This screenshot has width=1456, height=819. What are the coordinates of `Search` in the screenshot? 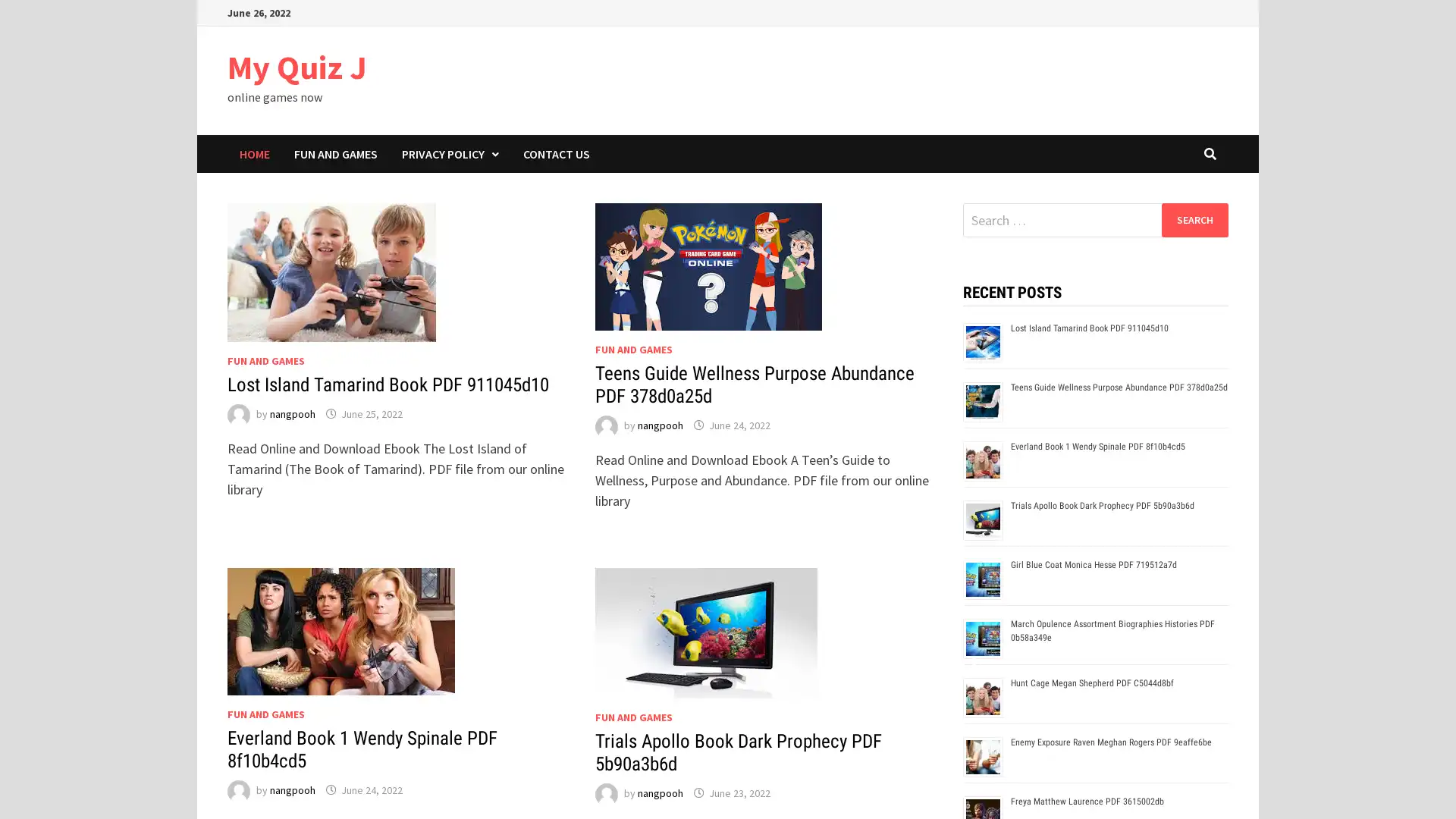 It's located at (1194, 219).